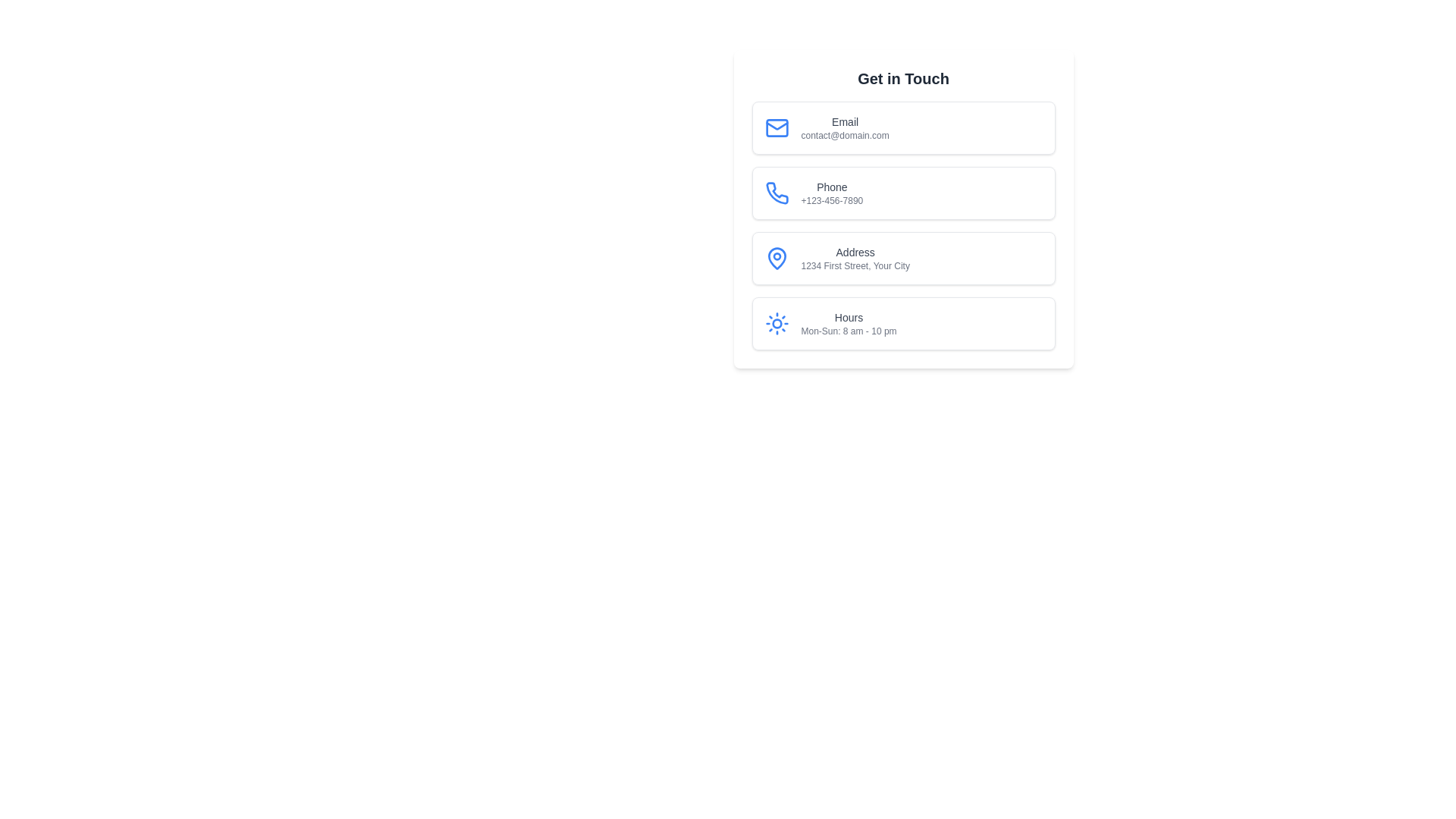 The height and width of the screenshot is (819, 1456). I want to click on the text label that identifies the address information, located above the address '1234 First Street, Your City', and below the location pin icon, so click(855, 251).